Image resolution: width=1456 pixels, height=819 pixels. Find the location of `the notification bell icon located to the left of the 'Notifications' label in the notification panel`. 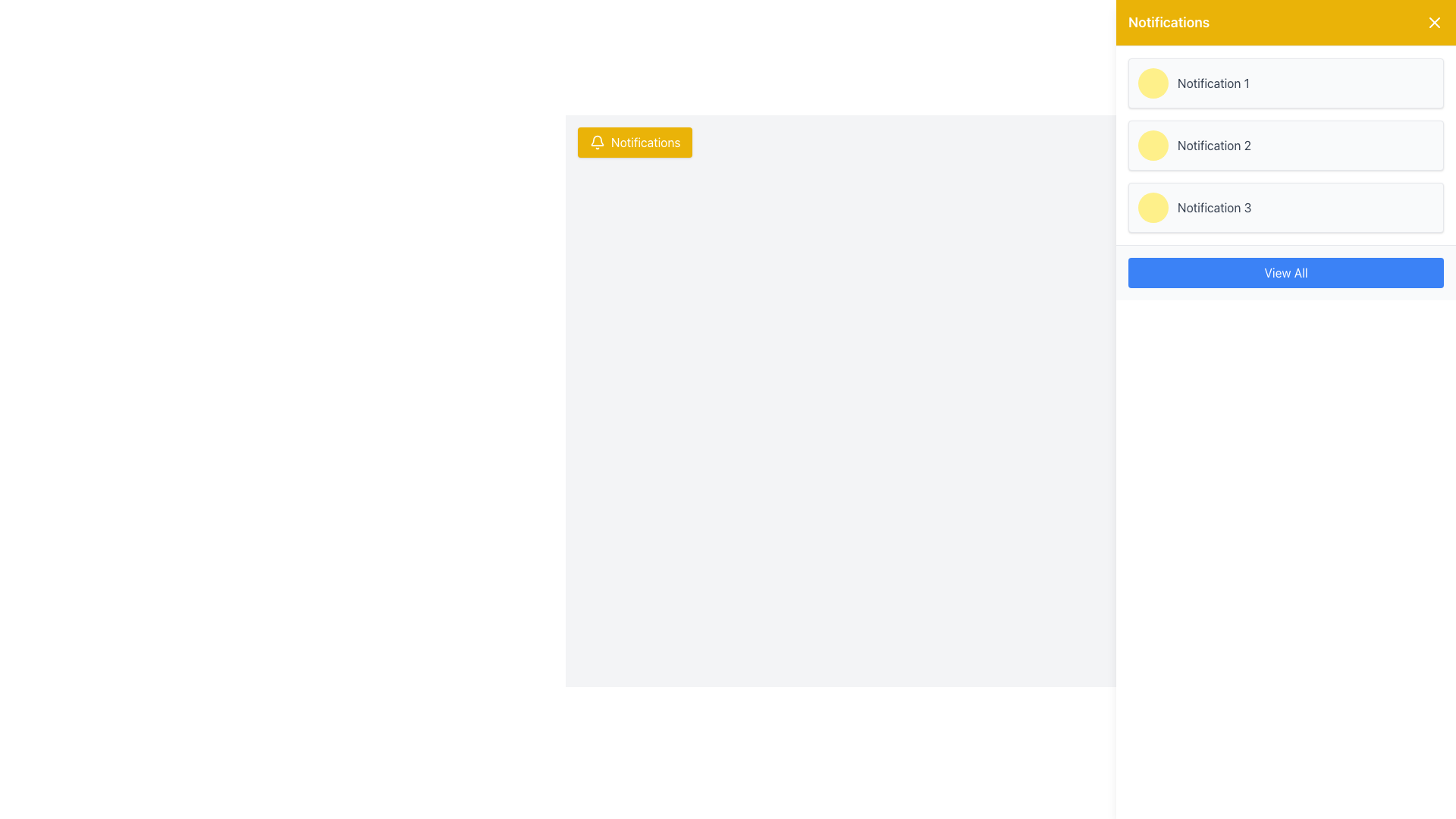

the notification bell icon located to the left of the 'Notifications' label in the notification panel is located at coordinates (596, 140).